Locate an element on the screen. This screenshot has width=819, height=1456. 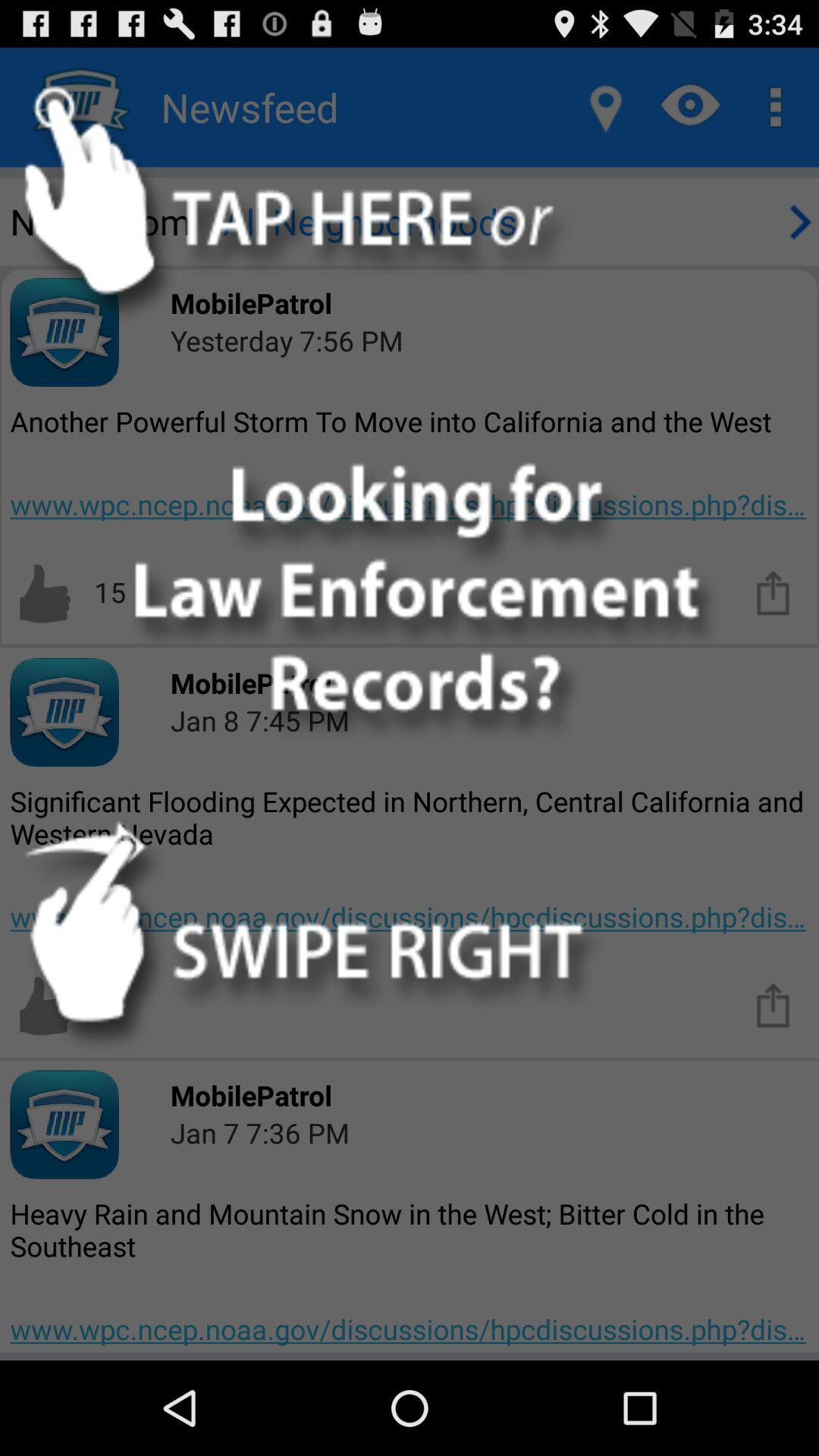
arrow key is located at coordinates (796, 221).